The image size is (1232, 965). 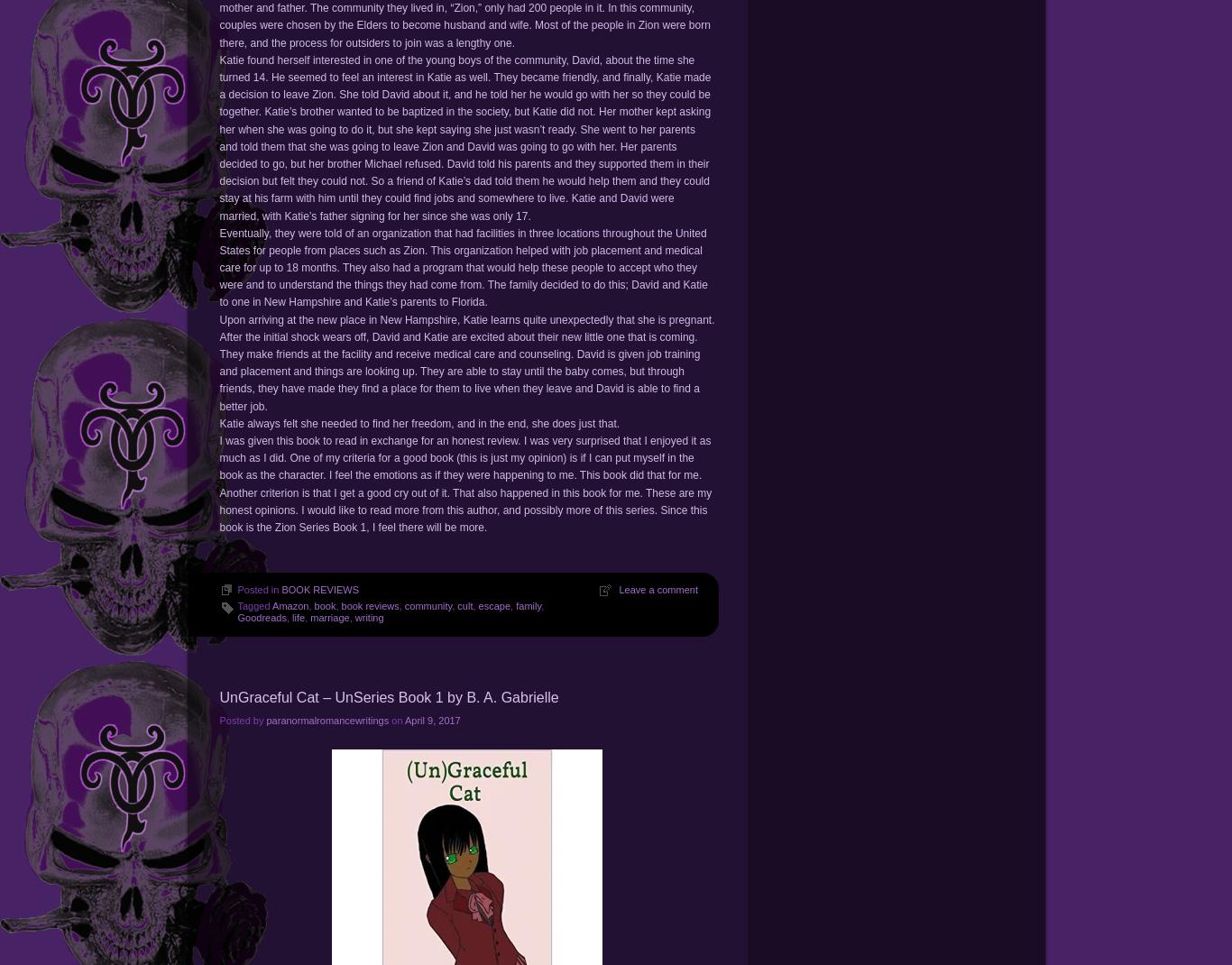 What do you see at coordinates (466, 361) in the screenshot?
I see `'Upon arriving at the new place in New Hampshire, Katie learns quite unexpectedly that she is pregnant. After the initial shock wears off, David and Katie are excited about their new little one that is coming. They make friends at the facility and receive medical care and counseling. David is given job training and placement and things are looking up. They are able to stay until the baby comes, but through friends, they have made they find a place for them to live when they leave and David is able to find a better job.'` at bounding box center [466, 361].